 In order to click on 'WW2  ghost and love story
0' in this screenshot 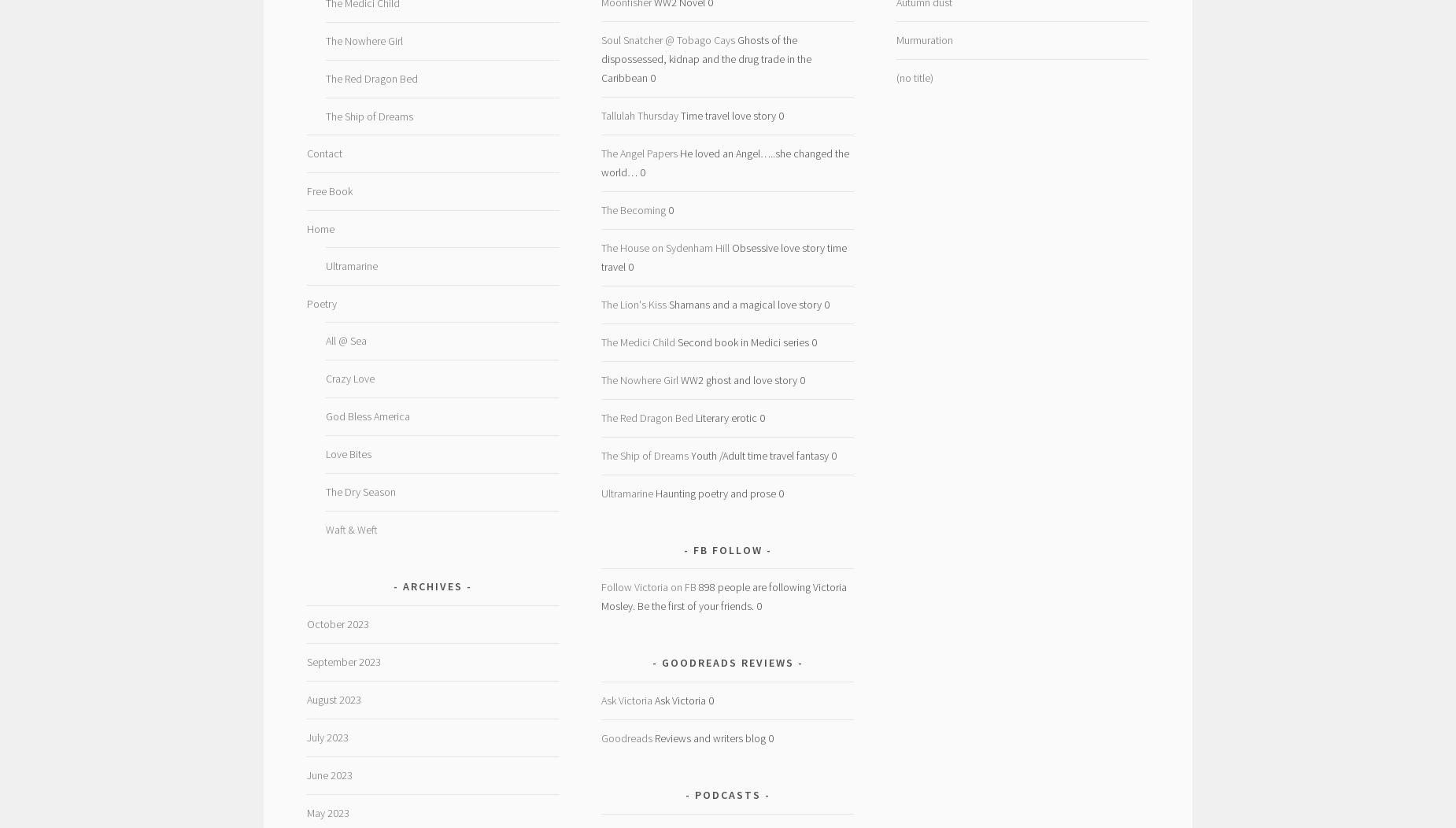, I will do `click(741, 379)`.